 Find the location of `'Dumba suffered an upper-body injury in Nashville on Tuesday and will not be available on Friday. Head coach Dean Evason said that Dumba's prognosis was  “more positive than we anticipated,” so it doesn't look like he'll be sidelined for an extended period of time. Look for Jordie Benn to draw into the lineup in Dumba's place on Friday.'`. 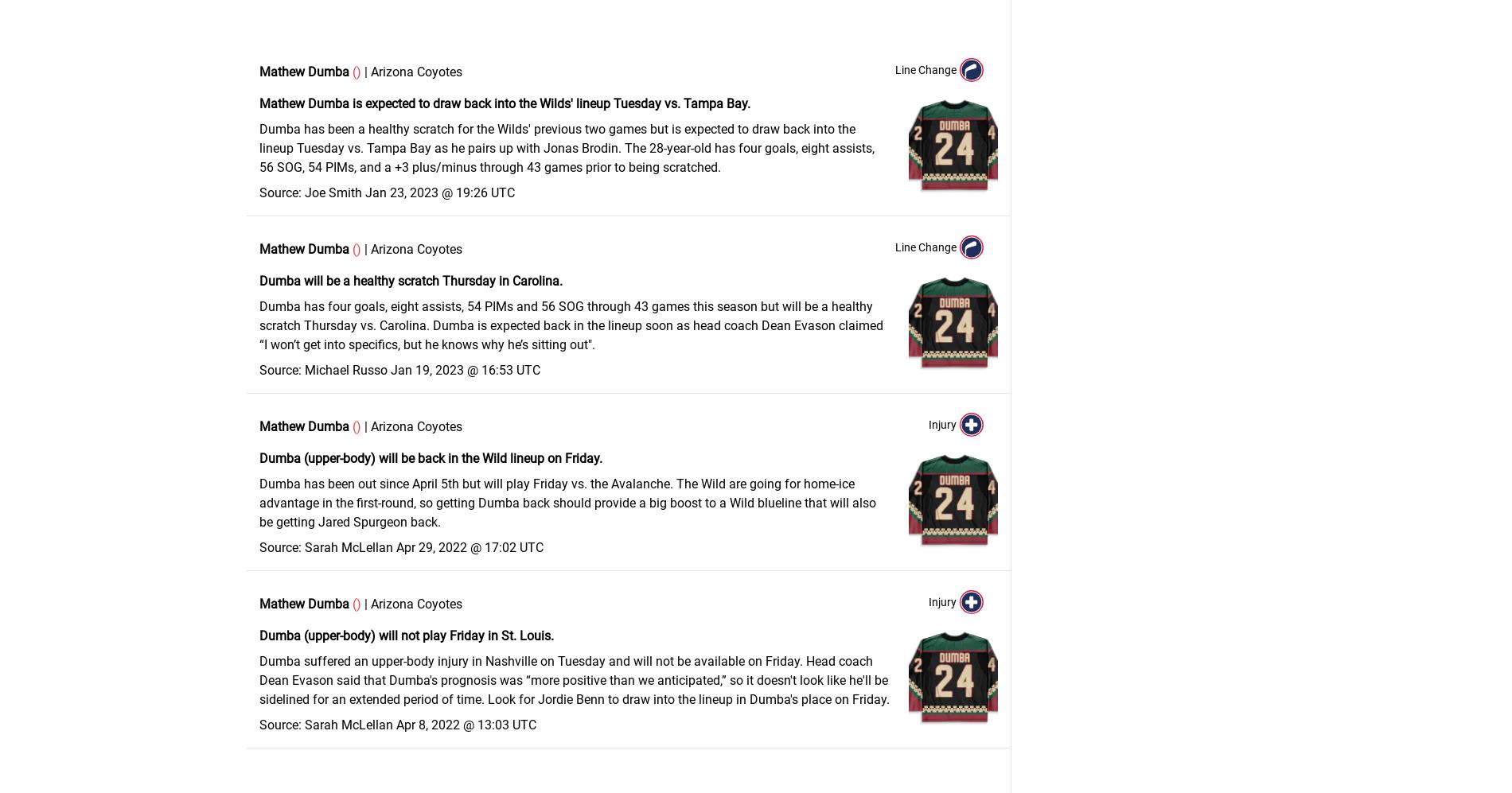

'Dumba suffered an upper-body injury in Nashville on Tuesday and will not be available on Friday. Head coach Dean Evason said that Dumba's prognosis was  “more positive than we anticipated,” so it doesn't look like he'll be sidelined for an extended period of time. Look for Jordie Benn to draw into the lineup in Dumba's place on Friday.' is located at coordinates (574, 680).